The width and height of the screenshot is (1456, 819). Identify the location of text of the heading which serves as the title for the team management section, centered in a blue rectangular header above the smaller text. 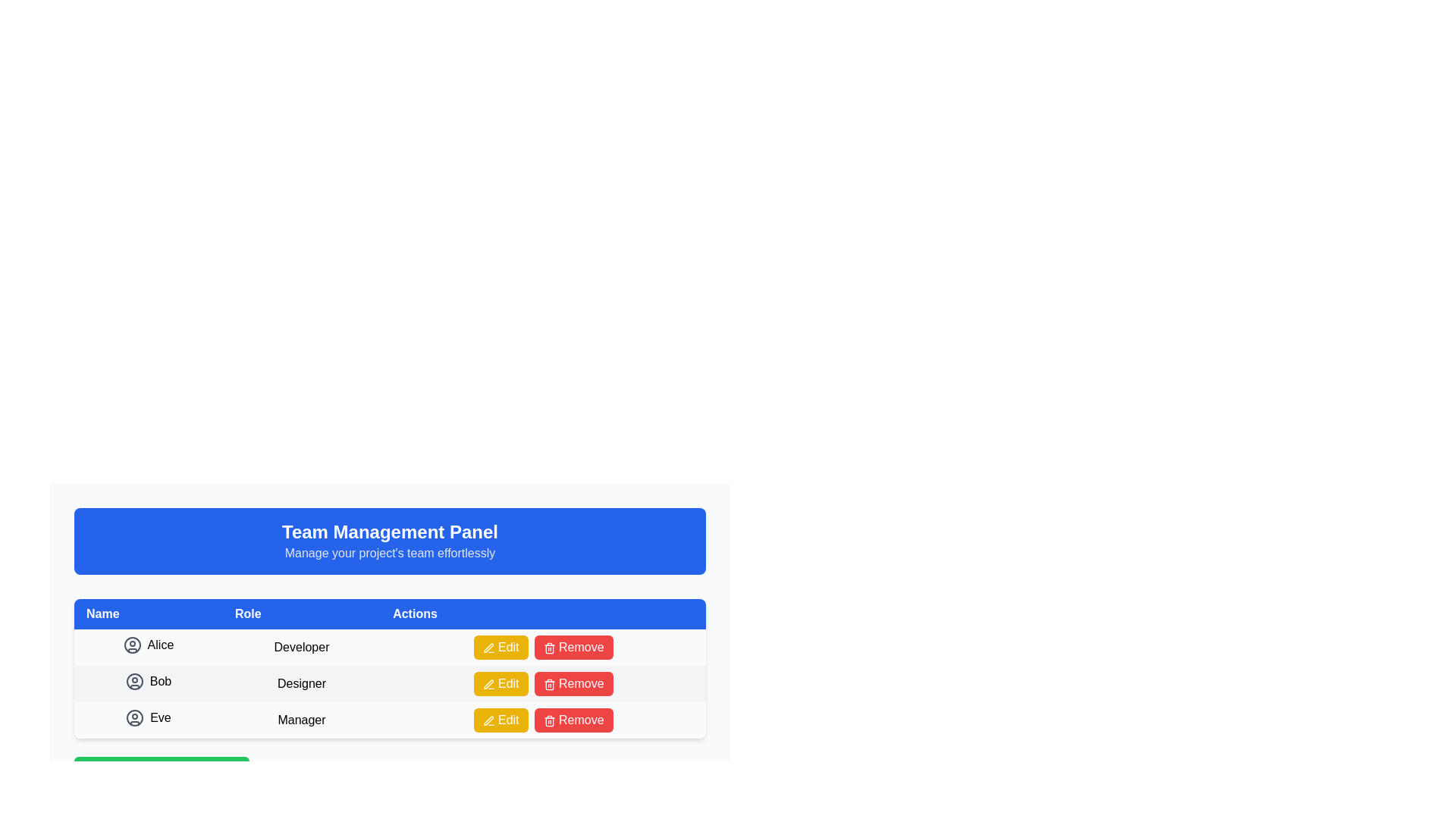
(390, 532).